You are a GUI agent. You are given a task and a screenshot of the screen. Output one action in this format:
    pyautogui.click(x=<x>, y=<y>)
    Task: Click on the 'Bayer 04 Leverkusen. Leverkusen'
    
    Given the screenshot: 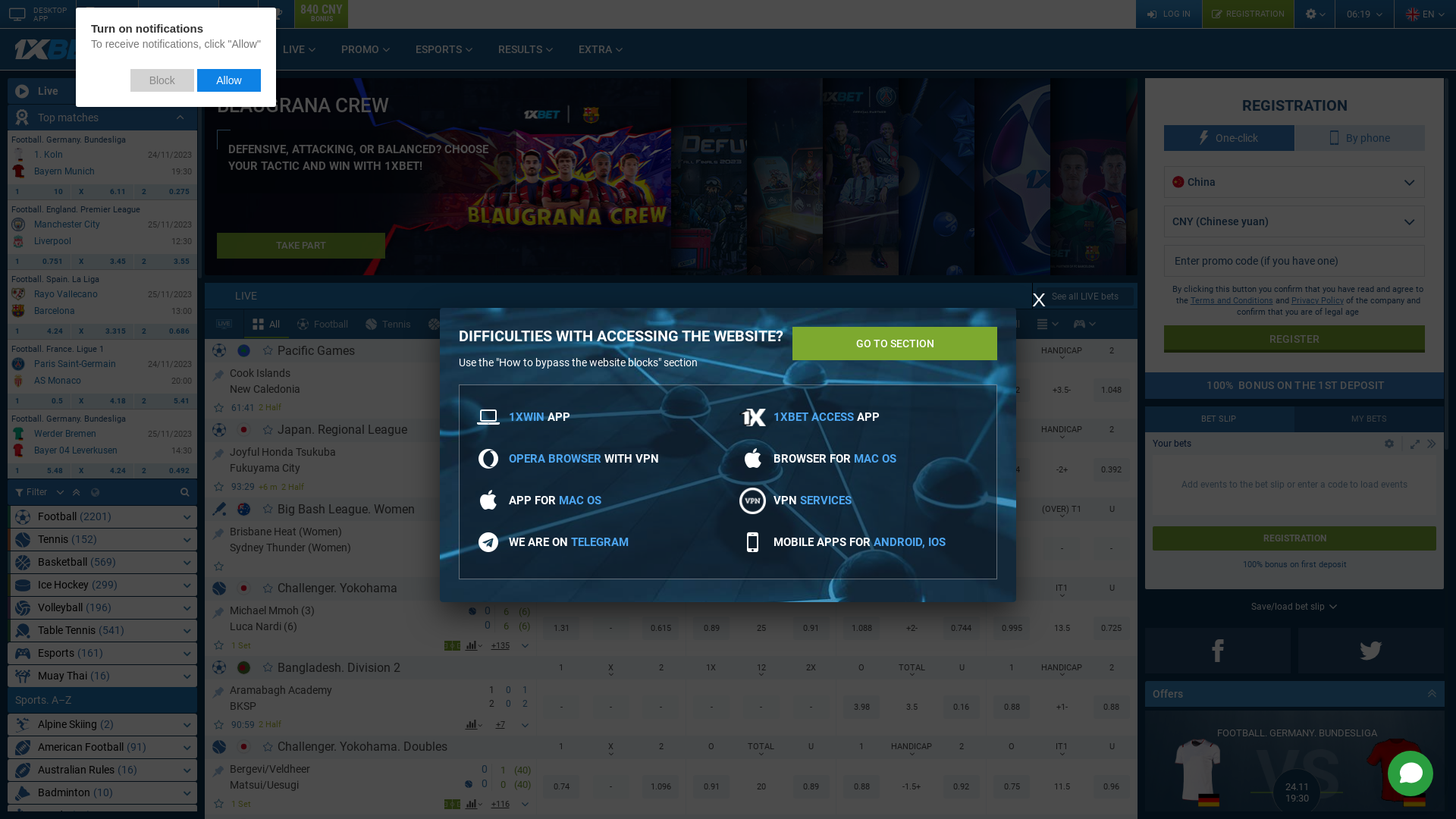 What is the action you would take?
    pyautogui.click(x=18, y=450)
    